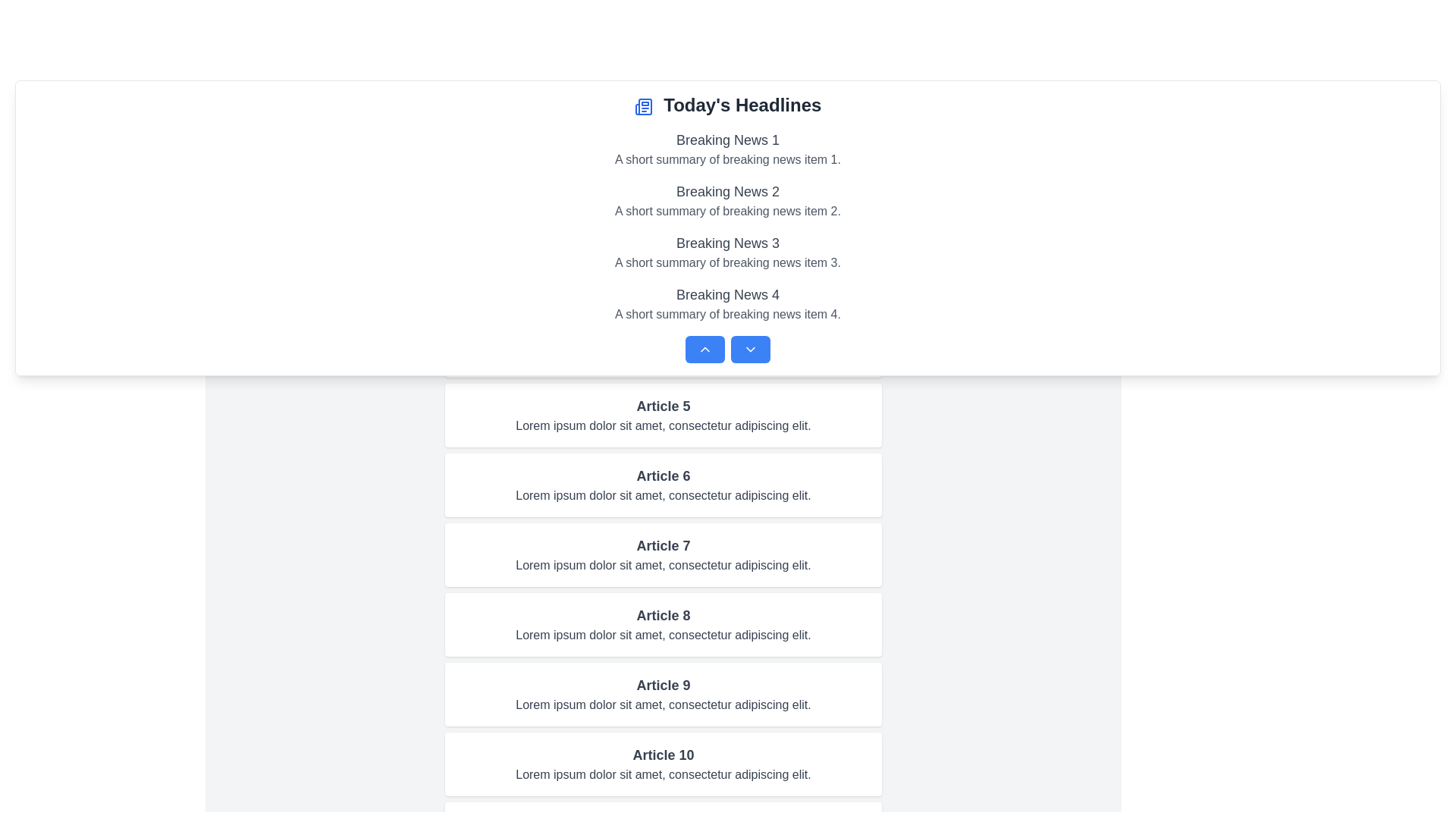 This screenshot has width=1456, height=819. What do you see at coordinates (728, 295) in the screenshot?
I see `the text header for the fourth news item` at bounding box center [728, 295].